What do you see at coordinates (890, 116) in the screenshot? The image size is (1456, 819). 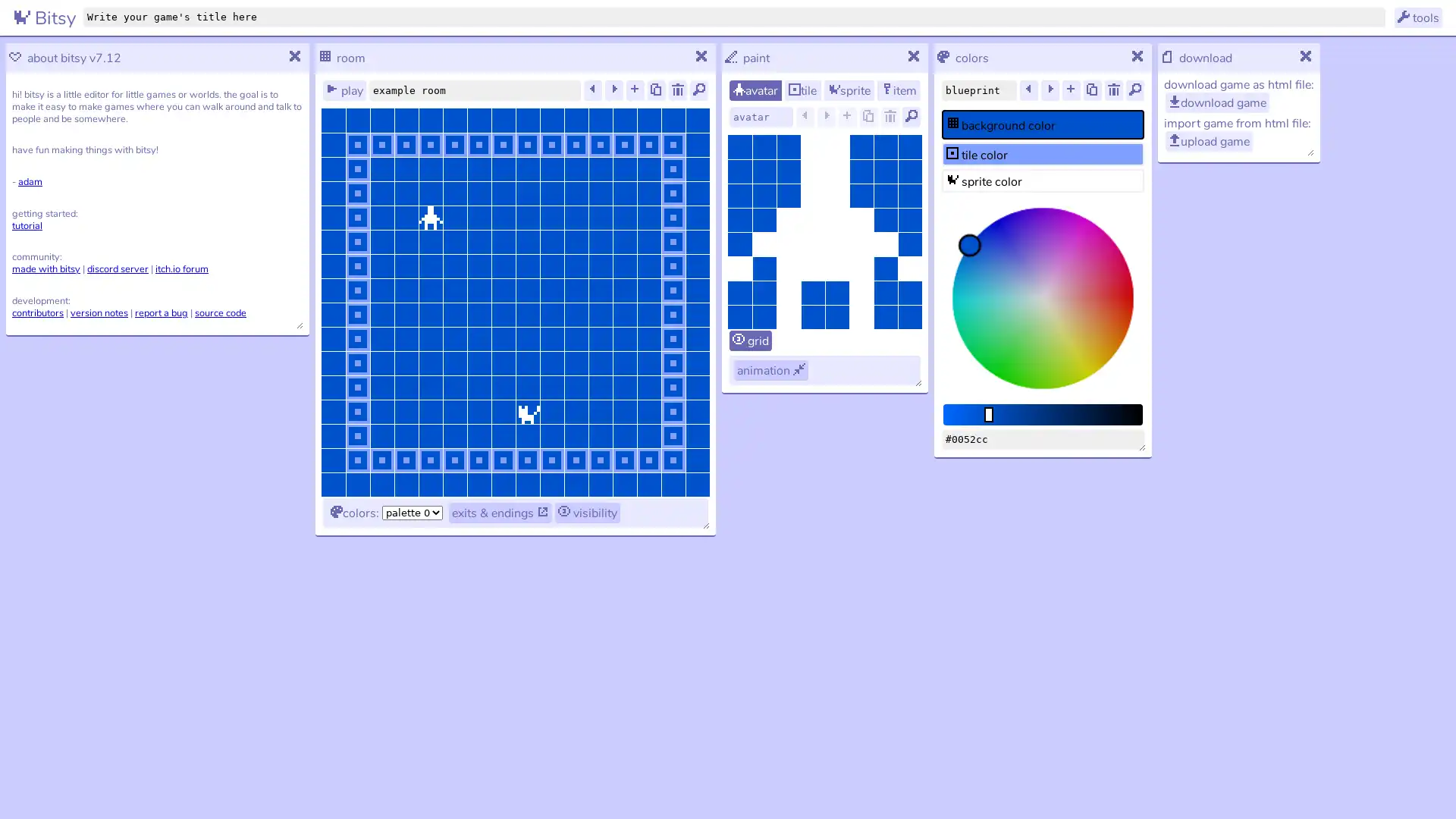 I see `delete drawing` at bounding box center [890, 116].